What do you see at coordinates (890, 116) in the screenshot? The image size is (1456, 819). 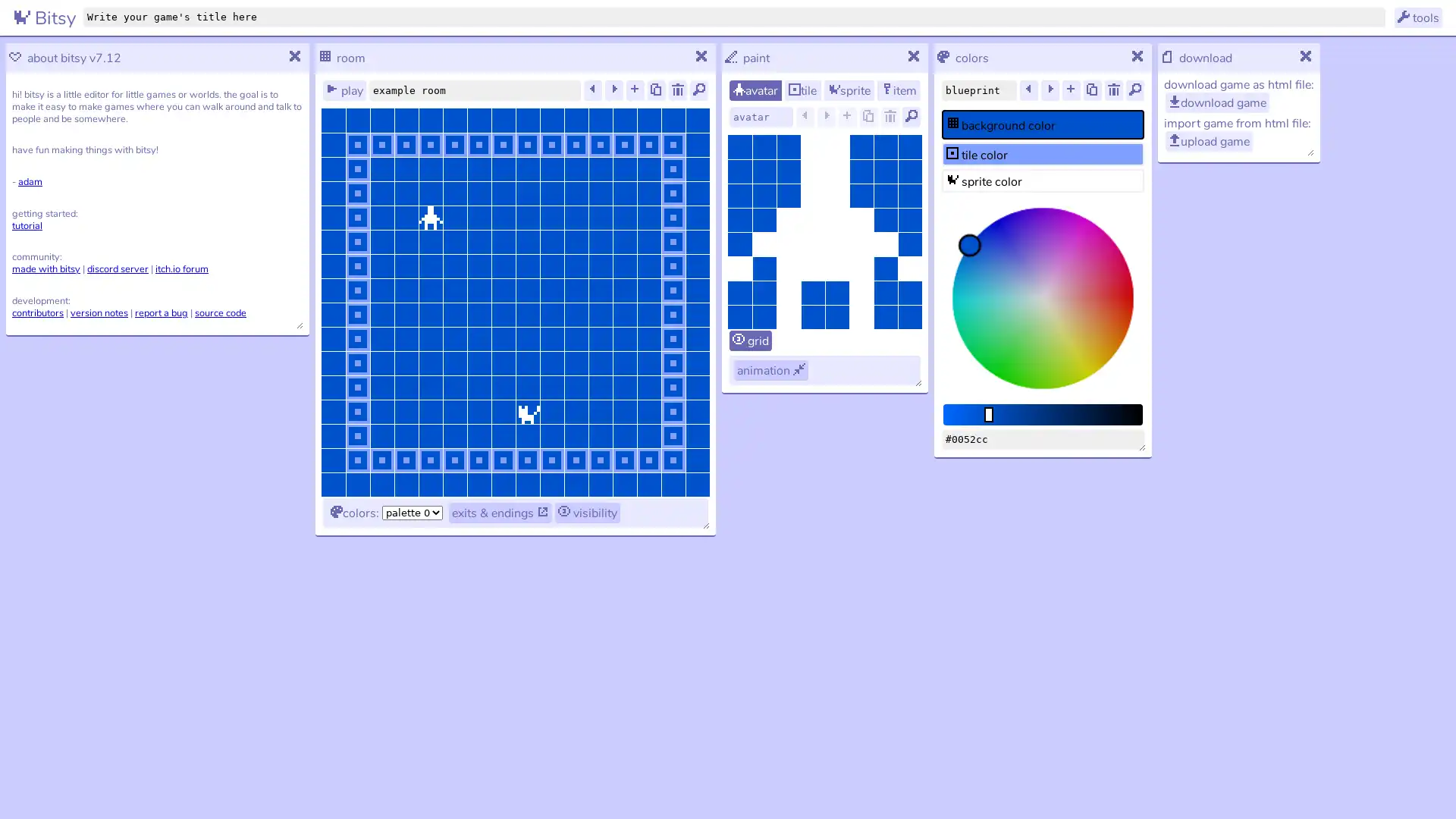 I see `delete drawing` at bounding box center [890, 116].